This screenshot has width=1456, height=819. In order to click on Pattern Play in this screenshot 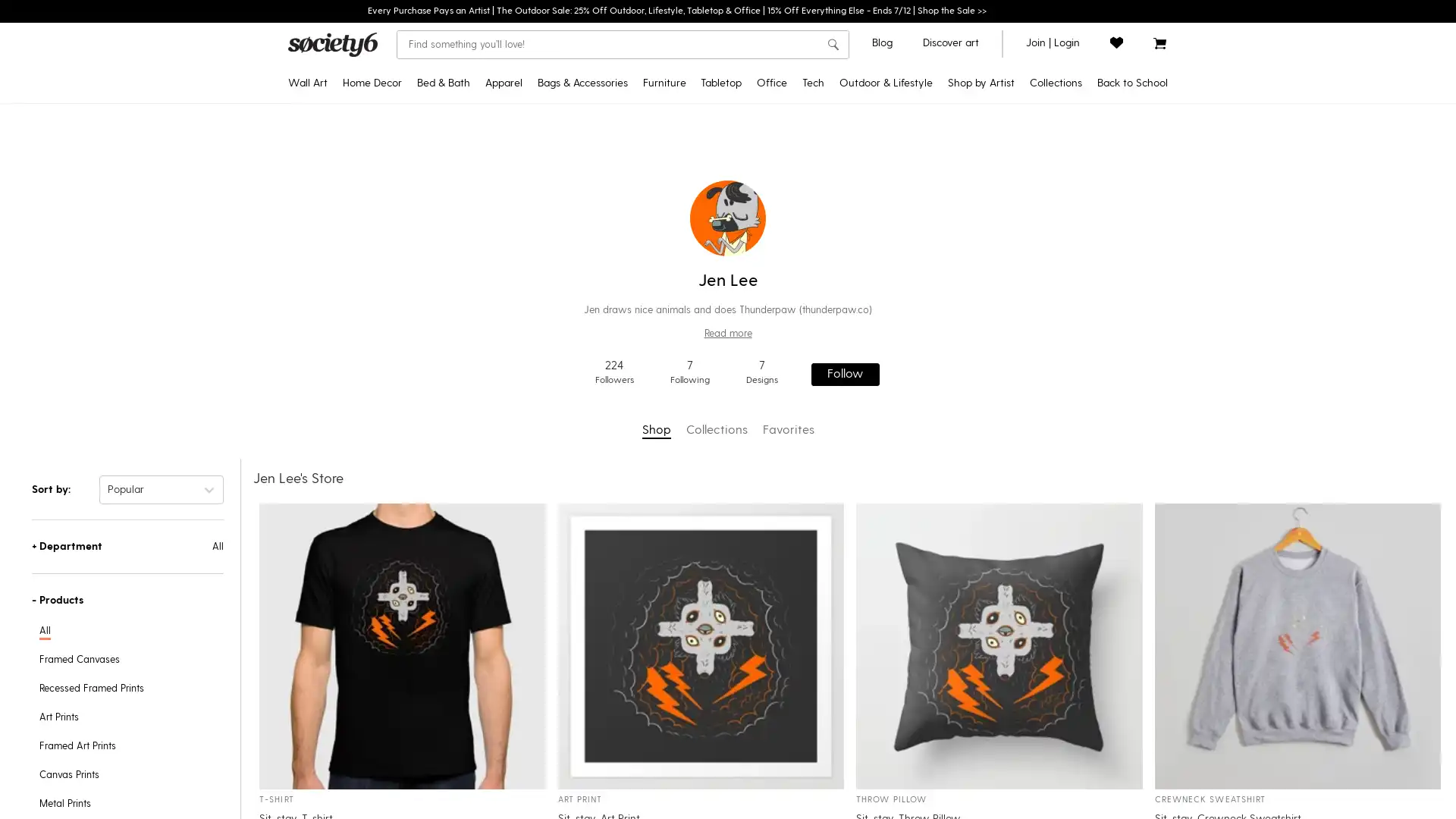, I will do `click(999, 317)`.